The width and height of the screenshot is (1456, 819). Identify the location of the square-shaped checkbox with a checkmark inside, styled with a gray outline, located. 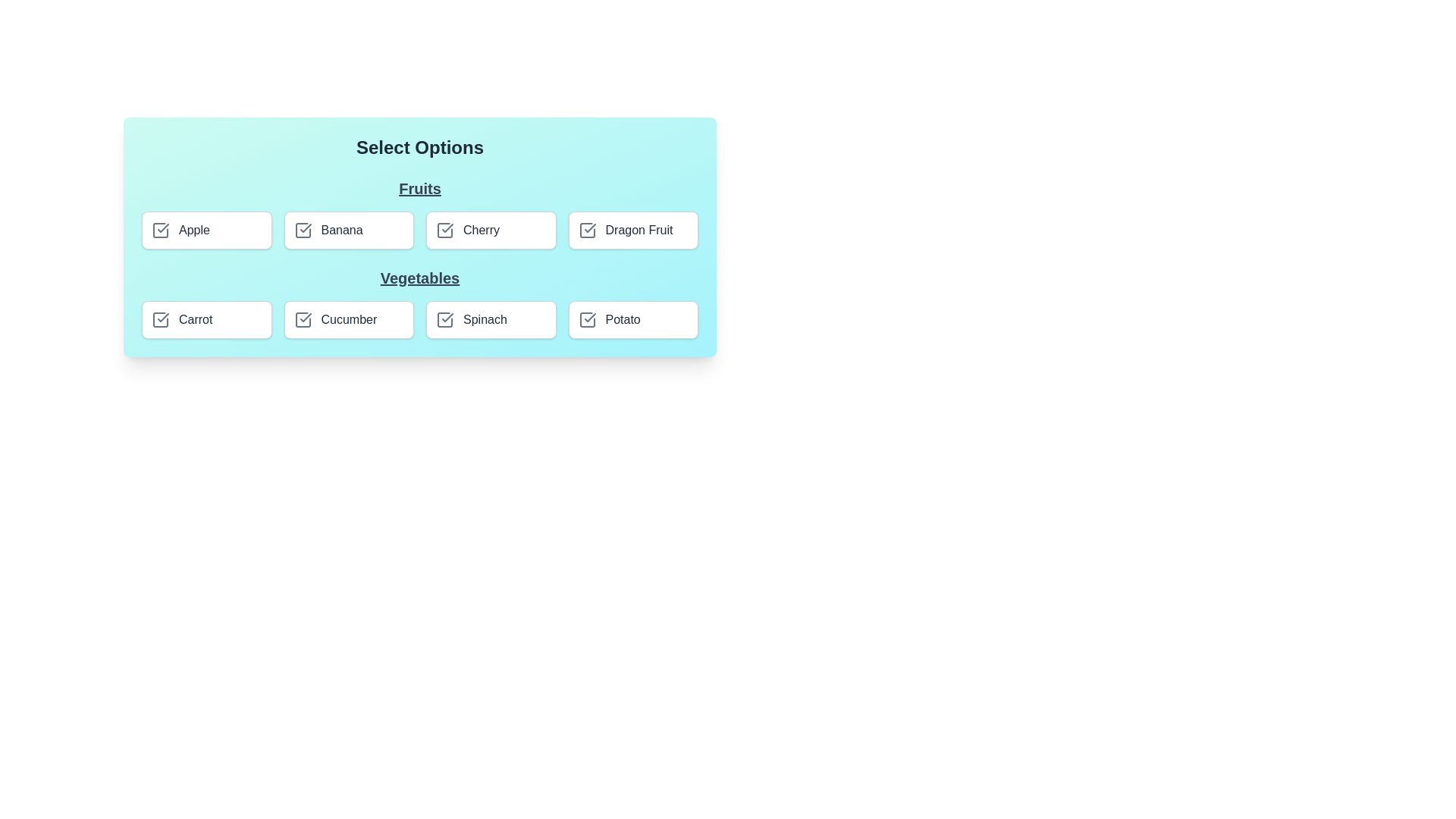
(444, 231).